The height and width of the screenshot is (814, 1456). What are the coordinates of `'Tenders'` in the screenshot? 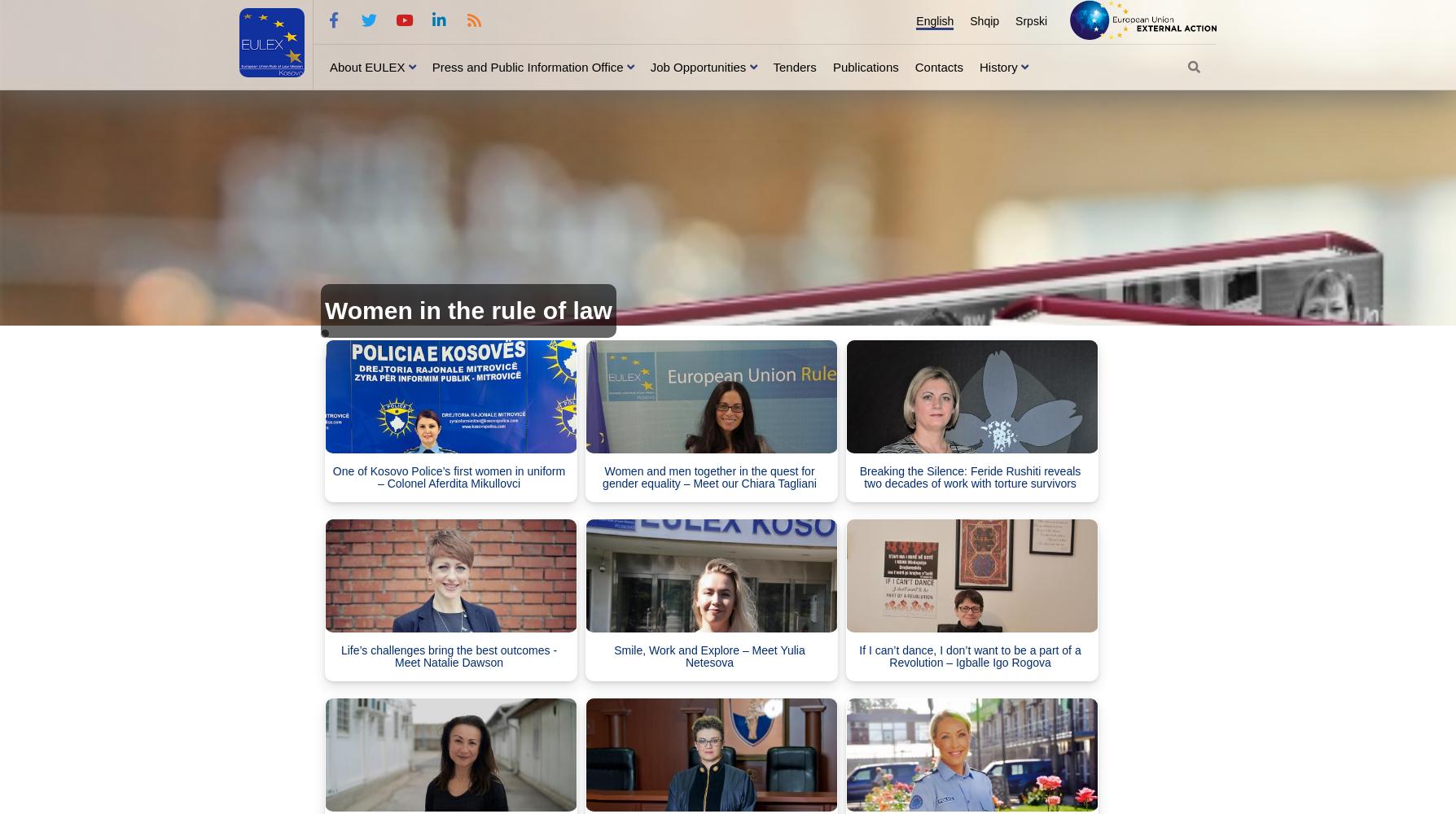 It's located at (794, 65).